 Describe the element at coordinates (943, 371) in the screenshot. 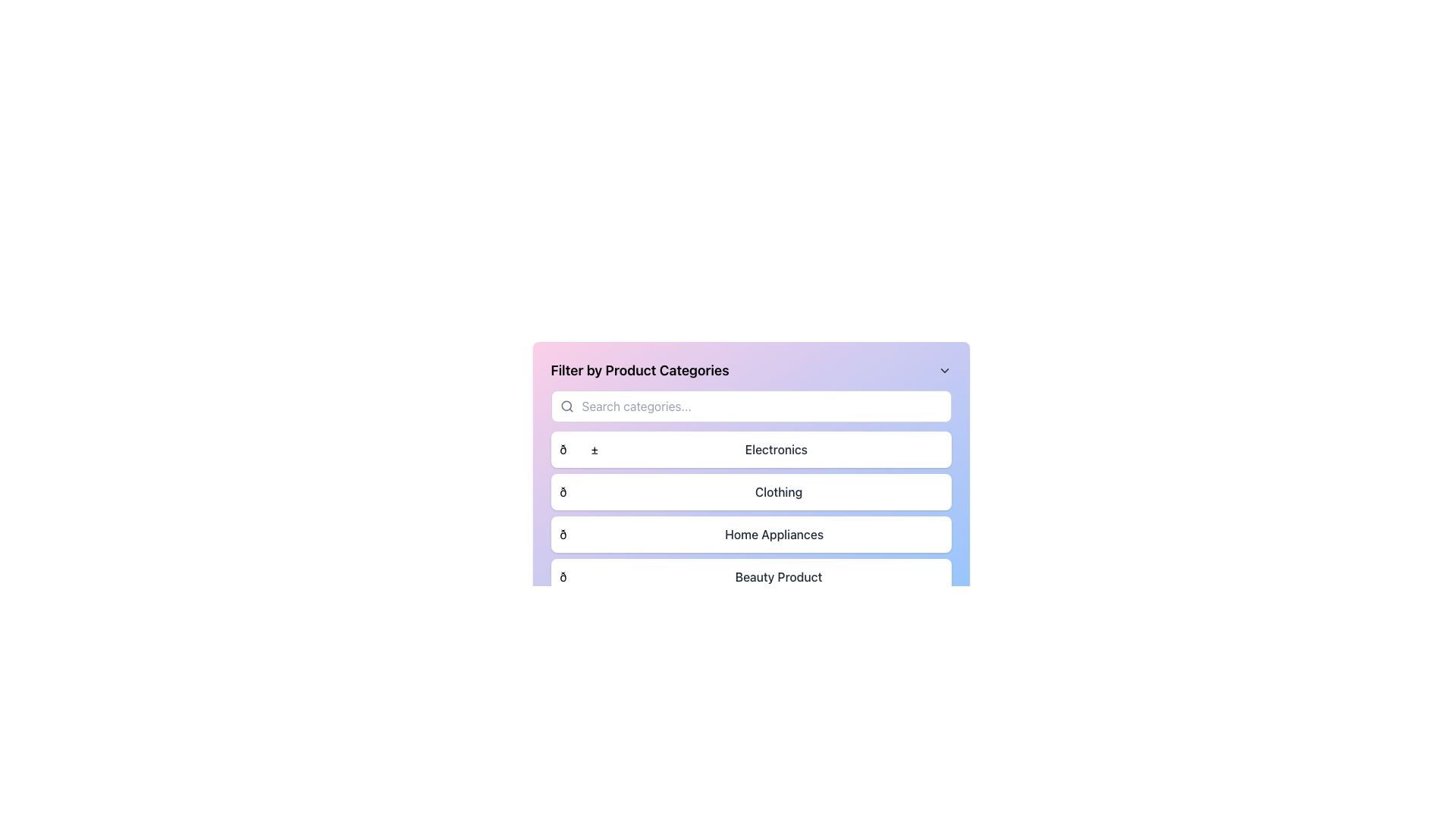

I see `the downward-pointing chevron icon located at the right side of the header labeled 'Filter by Product Categories'` at that location.